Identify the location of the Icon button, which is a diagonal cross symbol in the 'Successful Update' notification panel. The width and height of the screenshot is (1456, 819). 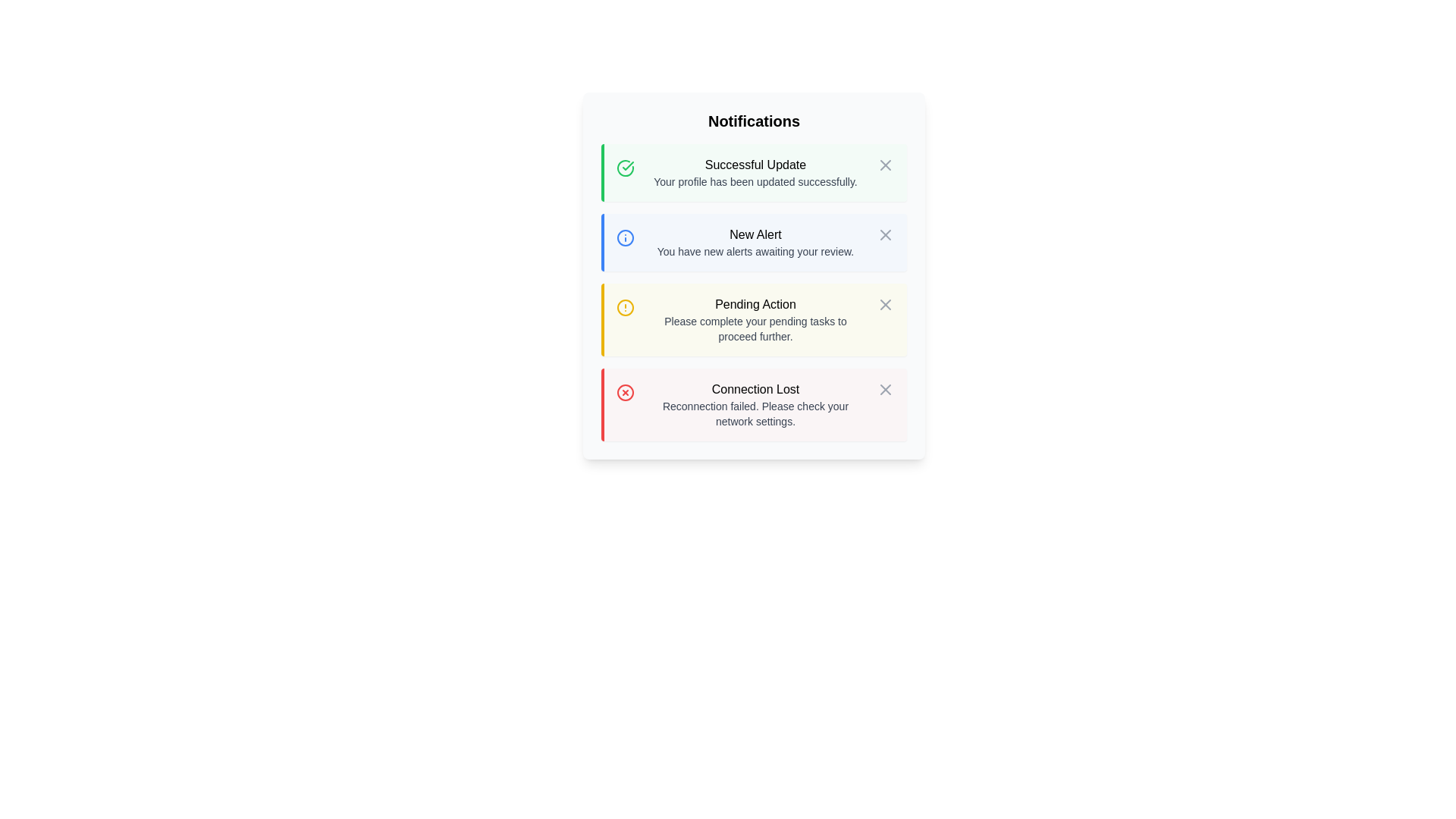
(885, 165).